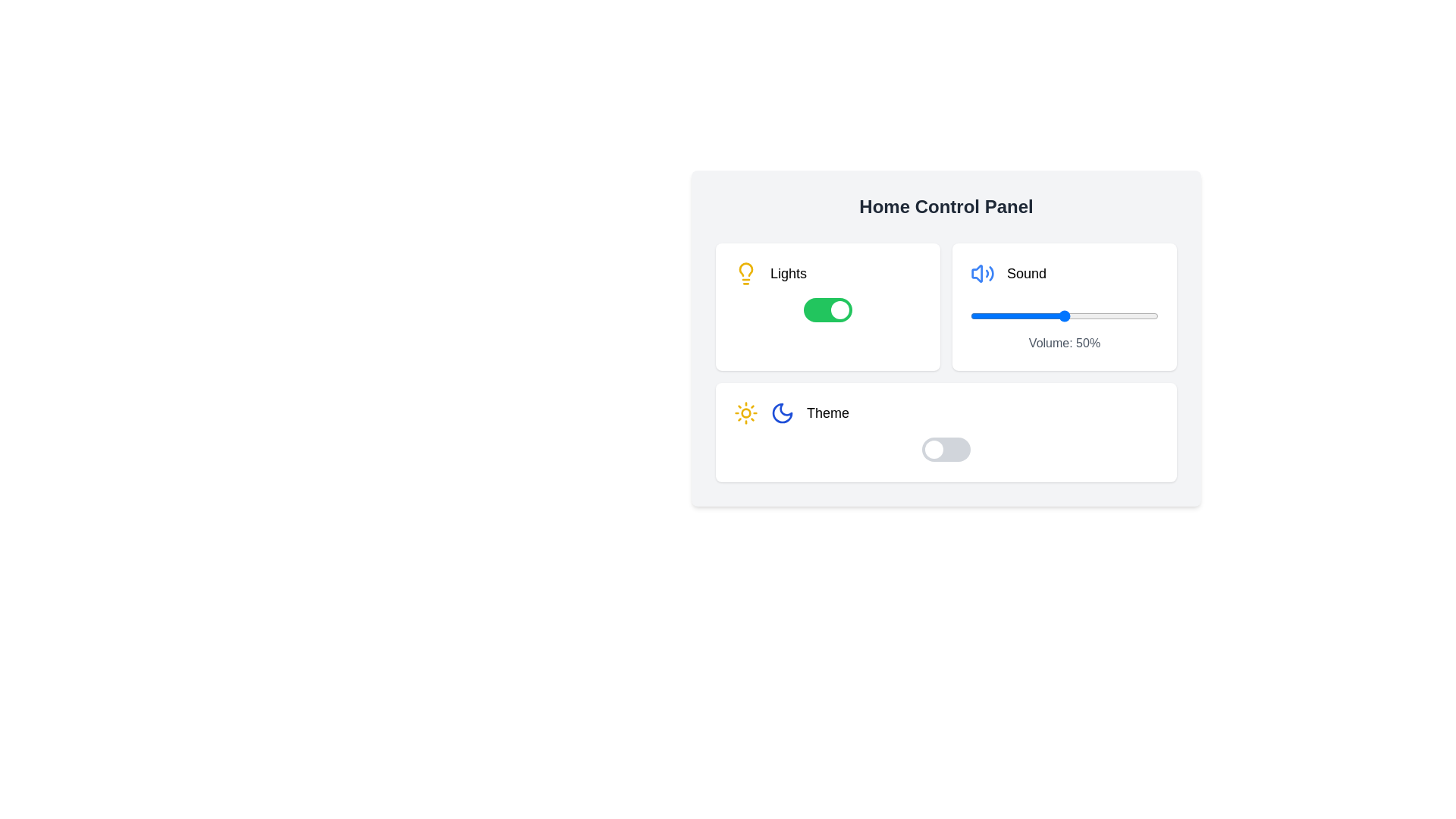 The width and height of the screenshot is (1456, 819). I want to click on the toggle switch thumb located in the 'Lights' section of the 'Home Control Panel' to interact with the lights functionality, so click(839, 309).